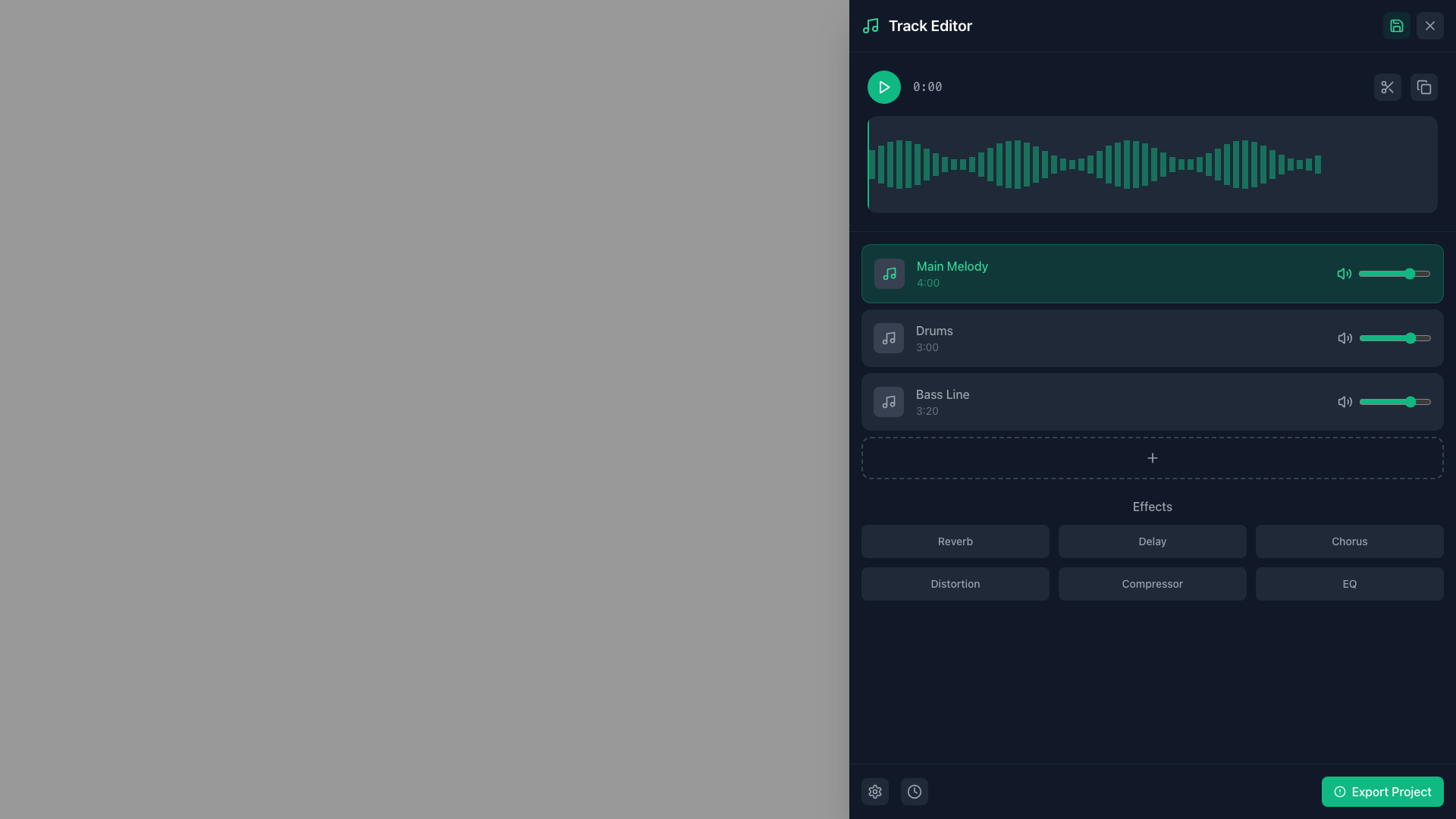  What do you see at coordinates (1244, 164) in the screenshot?
I see `the 42nd vertical green bar in the waveform display to focus on the corresponding audio segment` at bounding box center [1244, 164].